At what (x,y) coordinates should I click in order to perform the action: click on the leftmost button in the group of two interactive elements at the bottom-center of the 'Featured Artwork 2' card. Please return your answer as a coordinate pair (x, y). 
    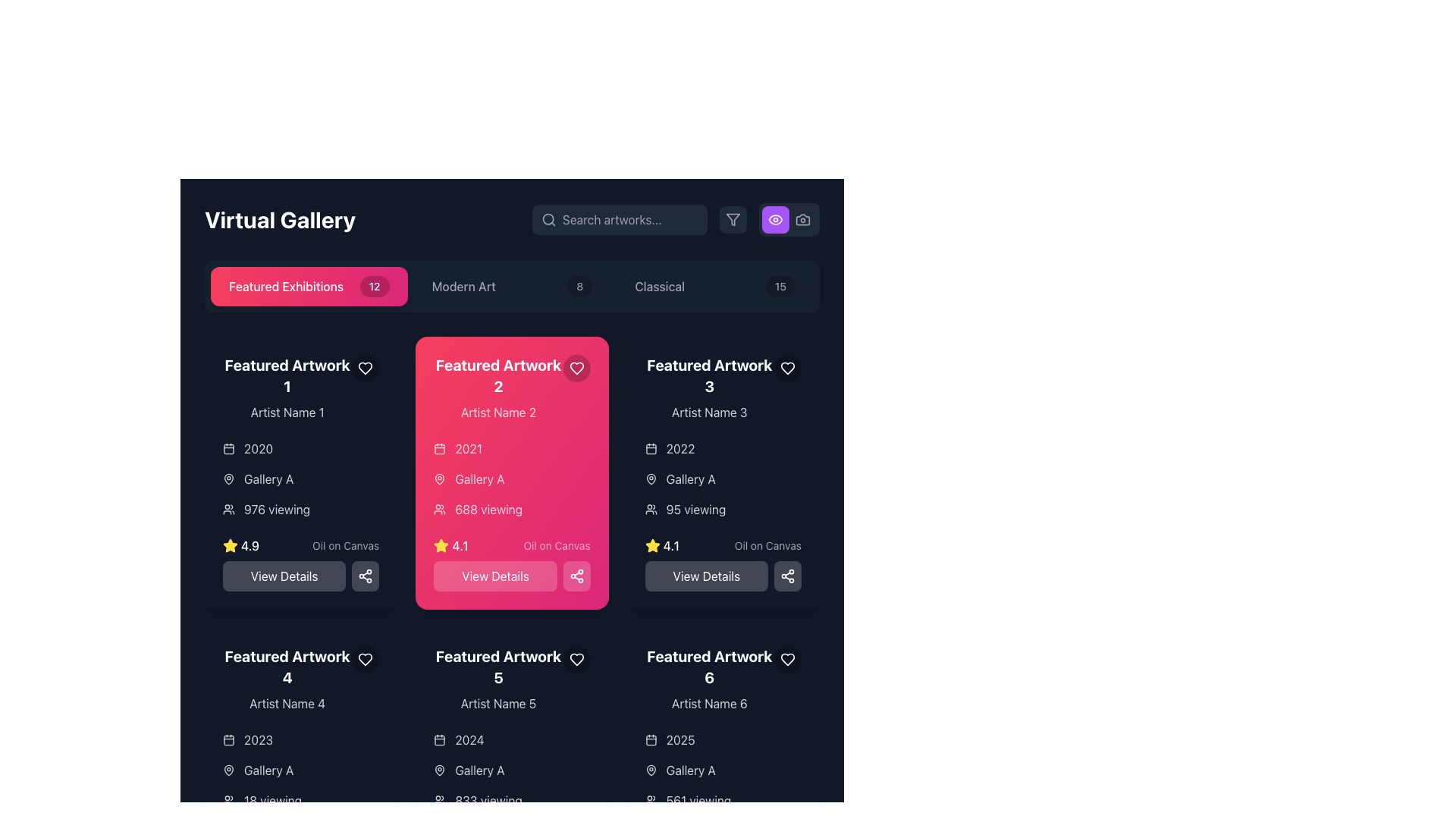
    Looking at the image, I should click on (495, 576).